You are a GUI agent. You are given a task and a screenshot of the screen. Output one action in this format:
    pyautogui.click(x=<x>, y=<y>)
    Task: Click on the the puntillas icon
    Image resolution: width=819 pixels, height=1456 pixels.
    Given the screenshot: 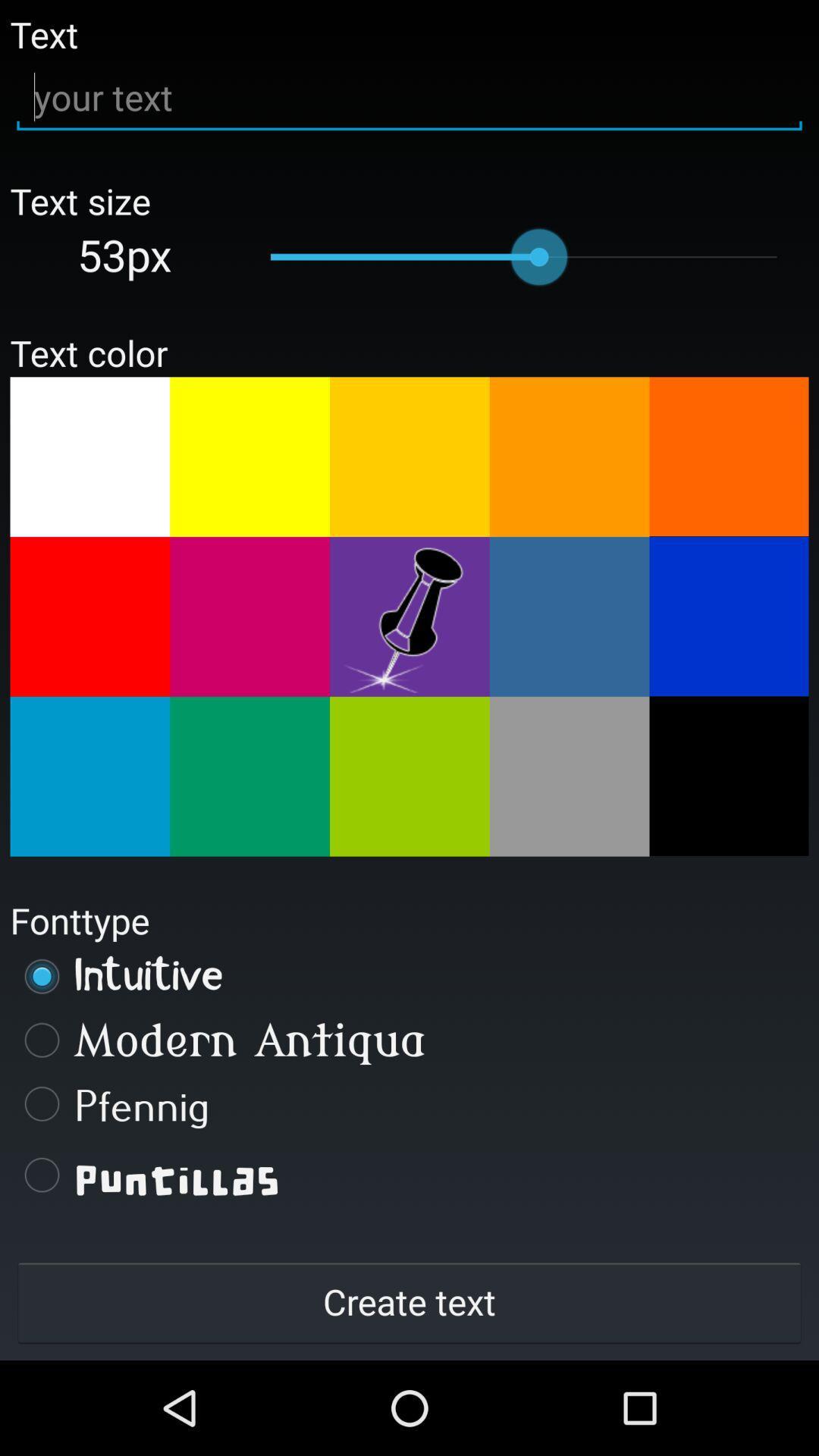 What is the action you would take?
    pyautogui.click(x=409, y=1174)
    